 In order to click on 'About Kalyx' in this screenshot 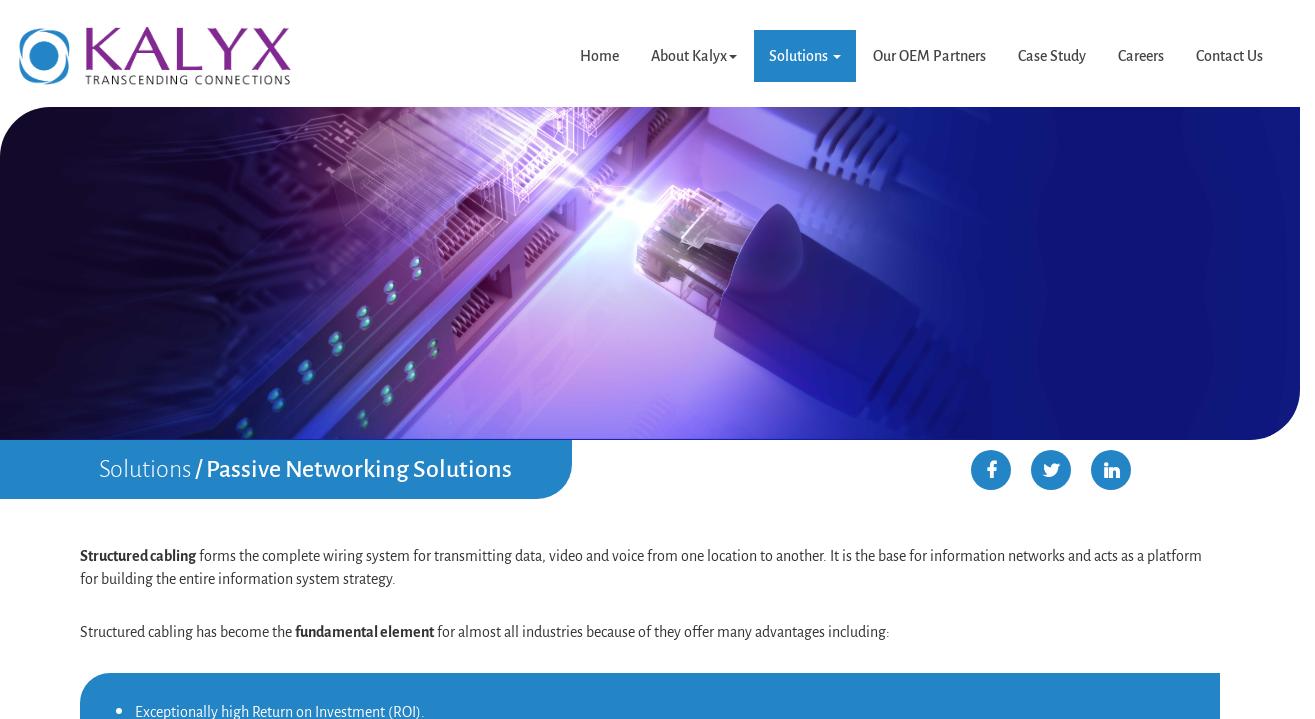, I will do `click(688, 55)`.